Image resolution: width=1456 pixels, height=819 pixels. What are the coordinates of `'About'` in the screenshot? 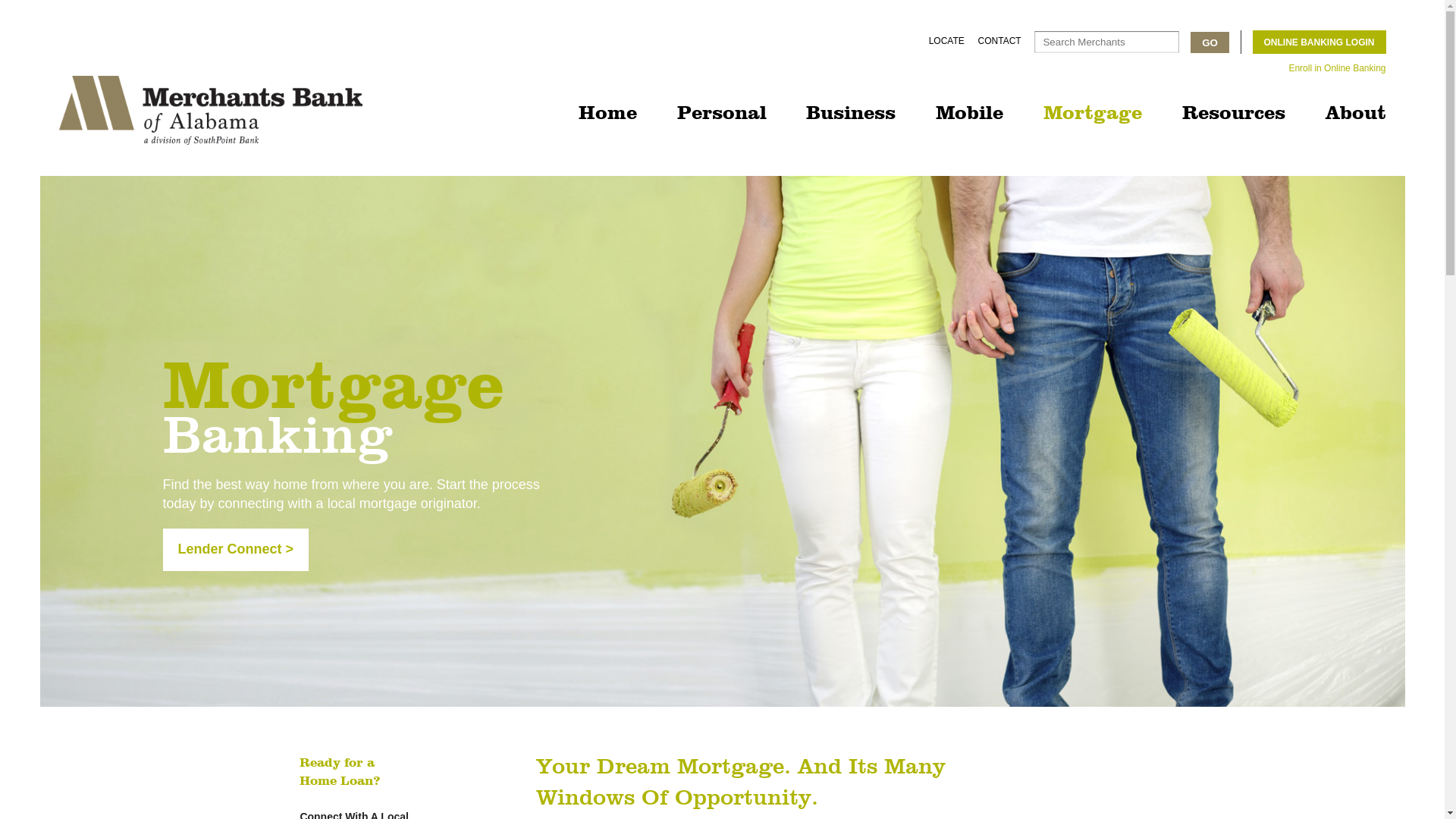 It's located at (1355, 113).